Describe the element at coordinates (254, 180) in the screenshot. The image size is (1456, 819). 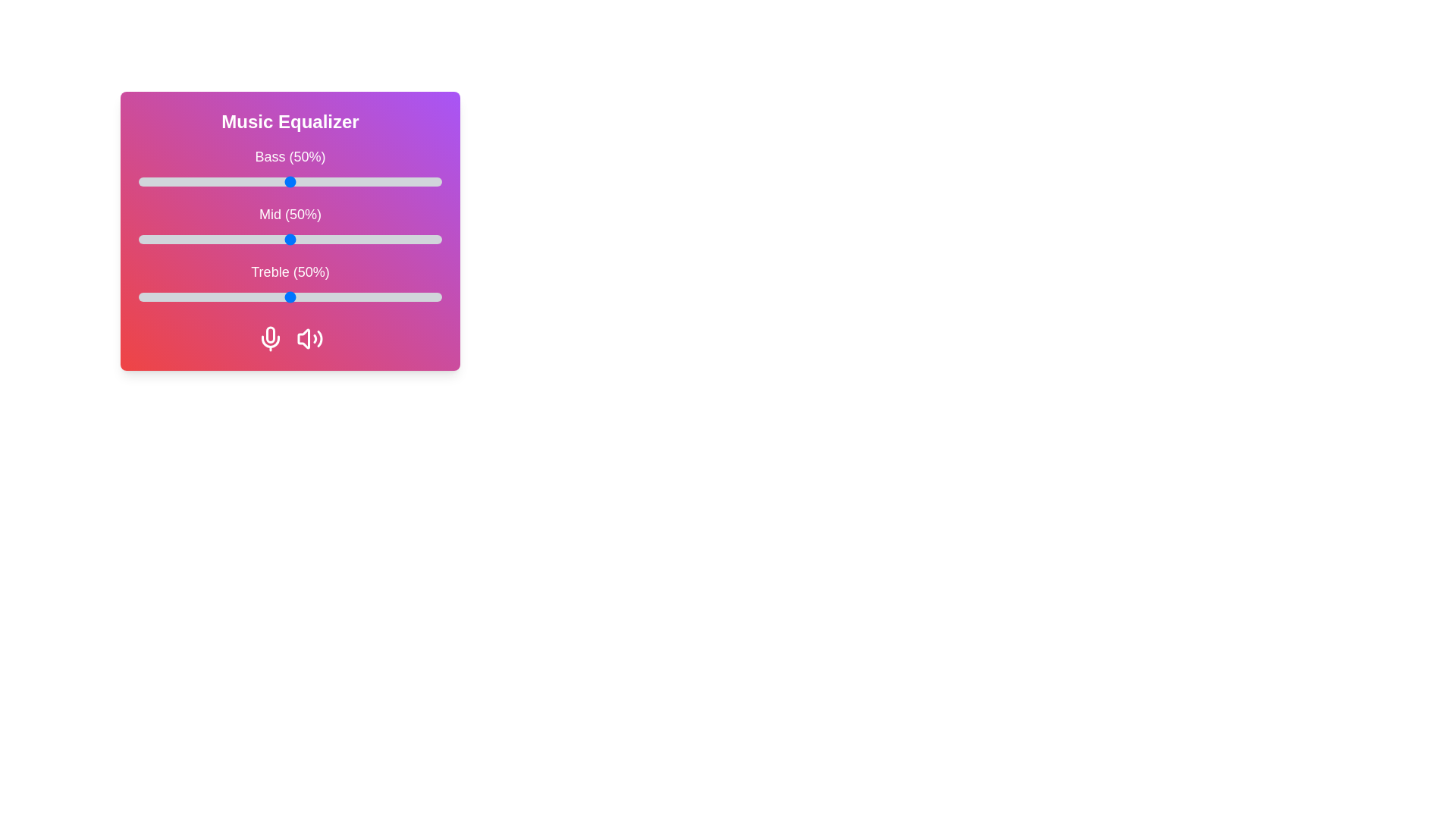
I see `the 0 slider to 38%` at that location.